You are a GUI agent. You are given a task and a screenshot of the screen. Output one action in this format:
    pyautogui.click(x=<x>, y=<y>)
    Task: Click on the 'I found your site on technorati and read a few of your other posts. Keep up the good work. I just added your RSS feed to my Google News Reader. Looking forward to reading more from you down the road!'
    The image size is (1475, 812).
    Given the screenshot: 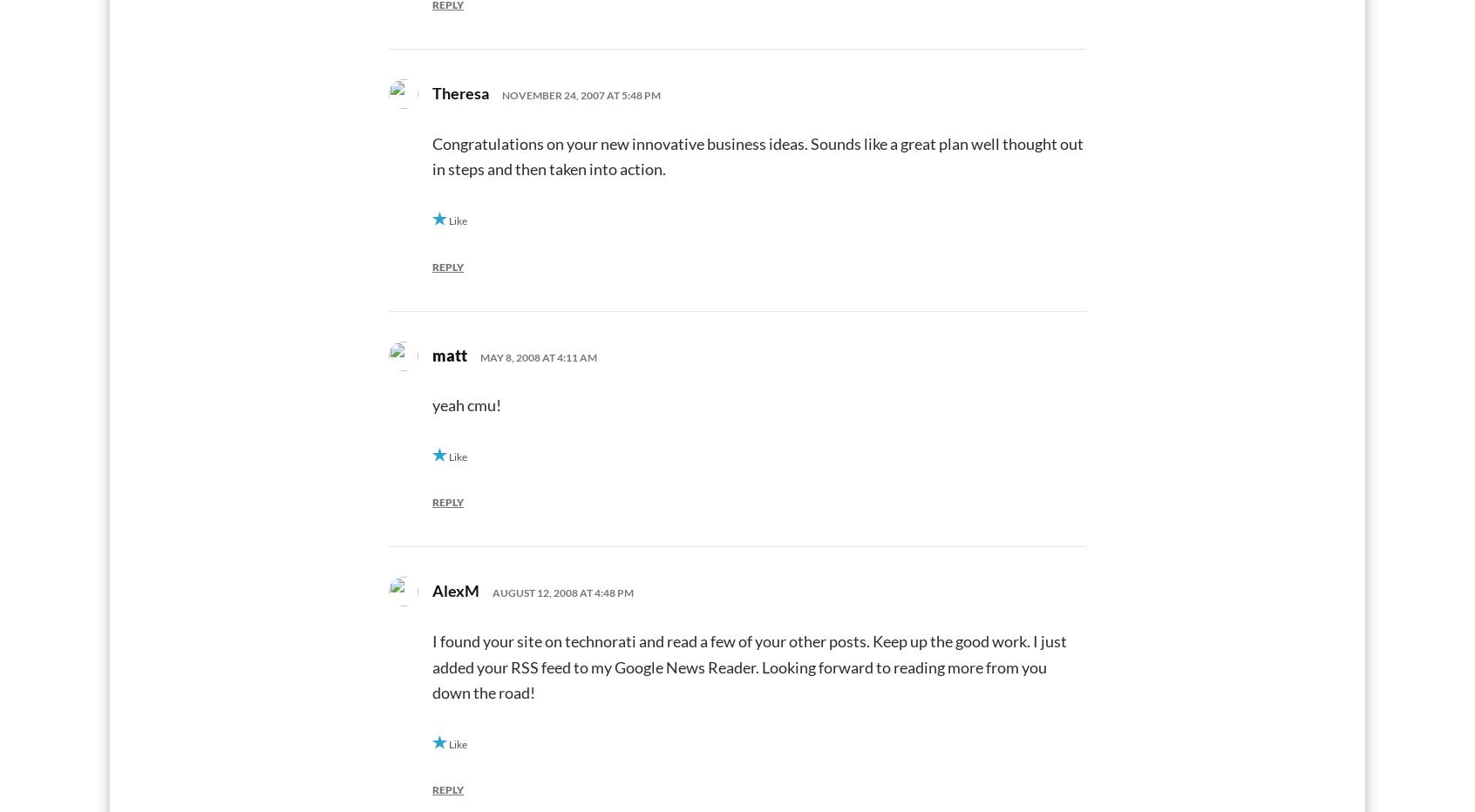 What is the action you would take?
    pyautogui.click(x=749, y=666)
    